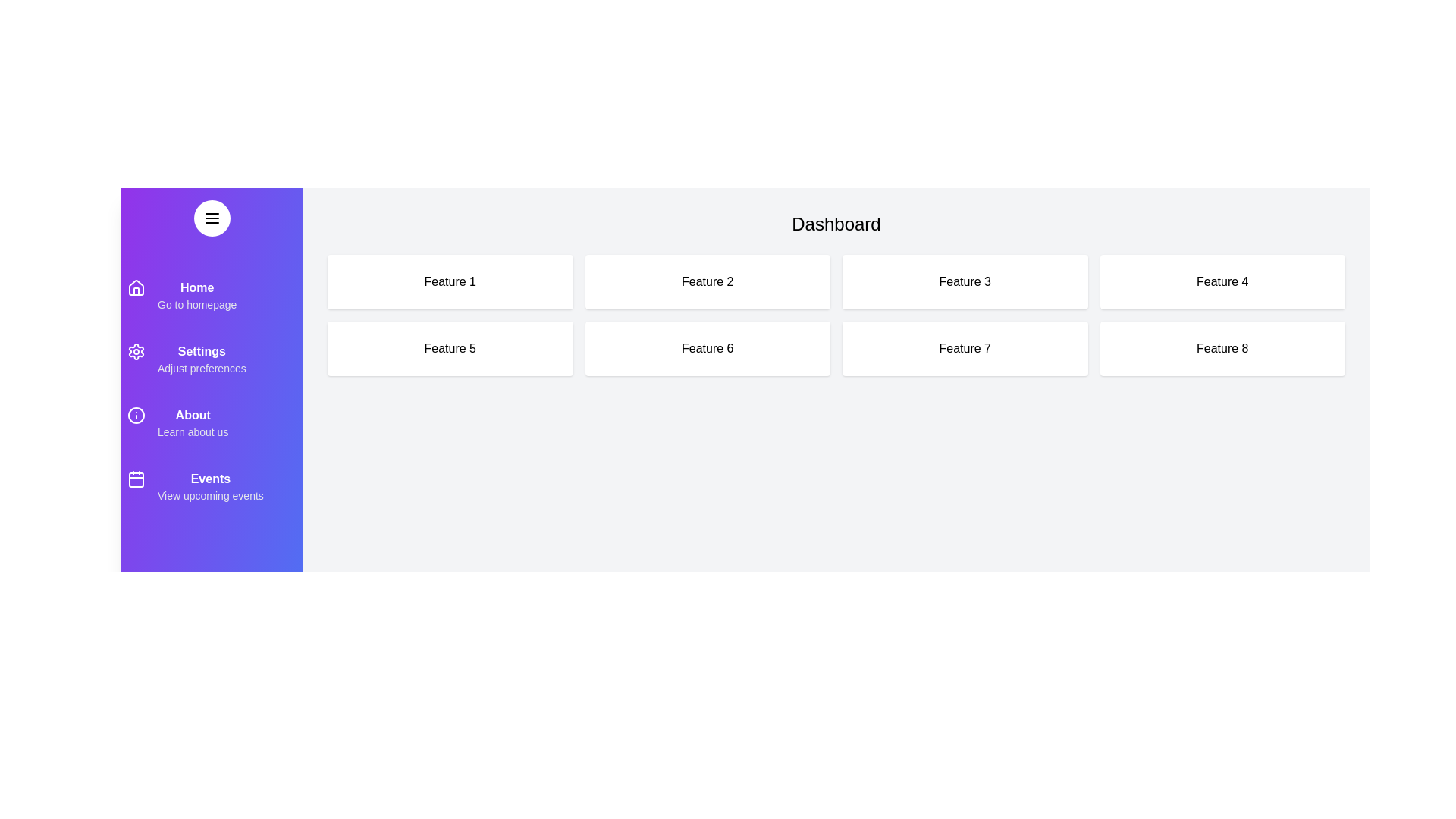 The width and height of the screenshot is (1456, 819). Describe the element at coordinates (211, 423) in the screenshot. I see `the menu item About` at that location.